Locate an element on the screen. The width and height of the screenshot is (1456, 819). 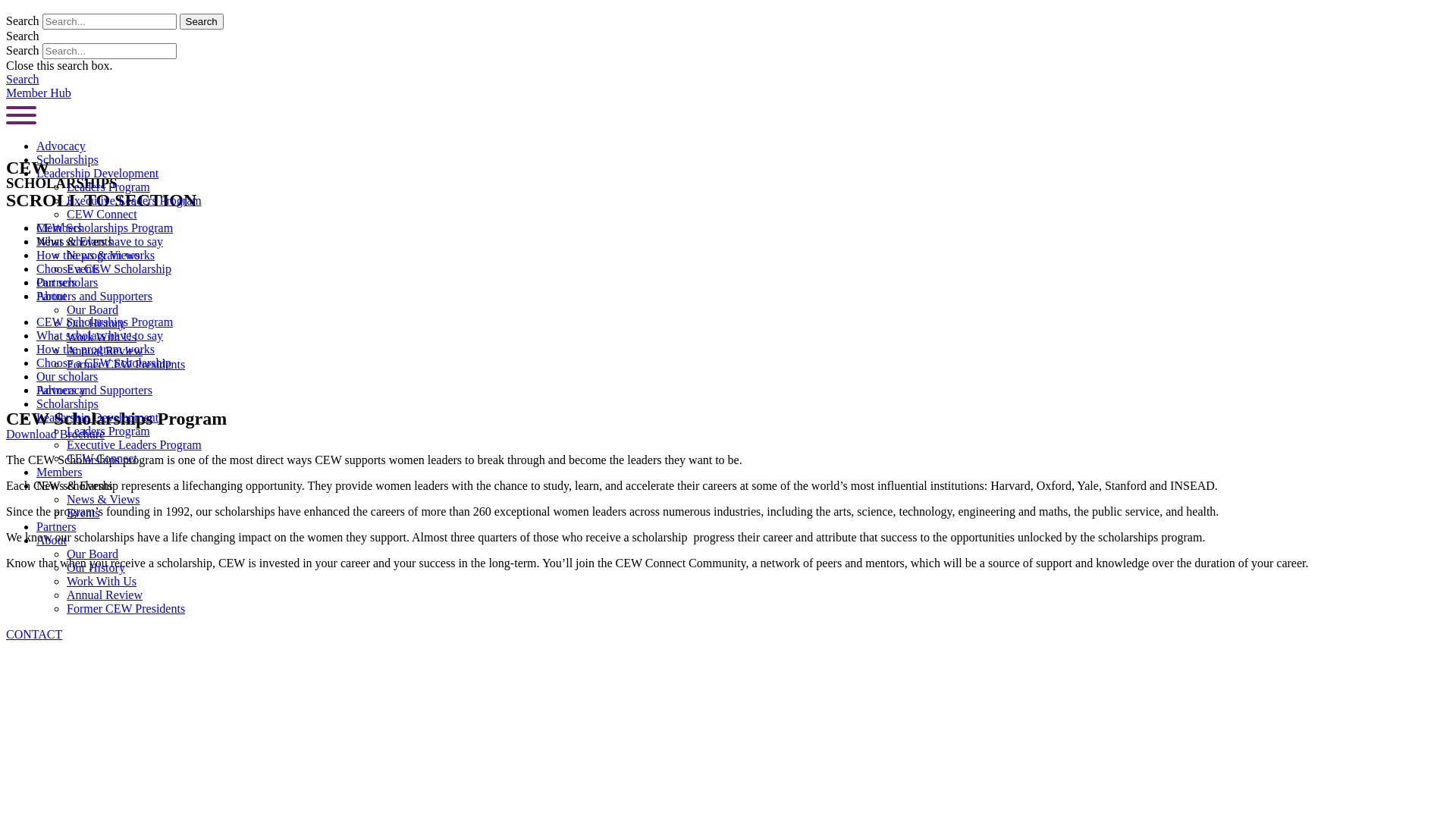
'Leaders Program' is located at coordinates (108, 431).